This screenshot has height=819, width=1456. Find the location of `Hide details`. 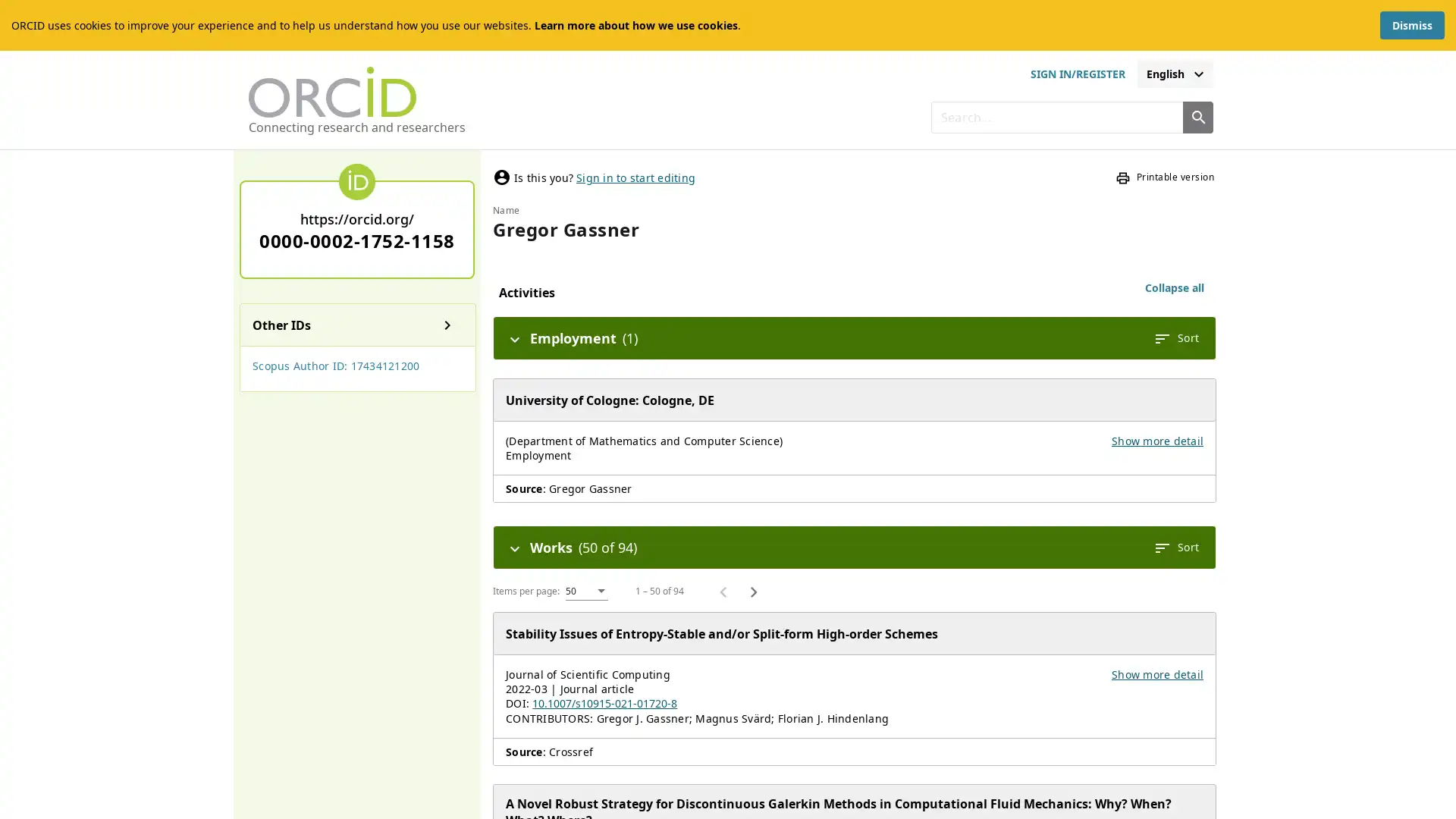

Hide details is located at coordinates (514, 547).